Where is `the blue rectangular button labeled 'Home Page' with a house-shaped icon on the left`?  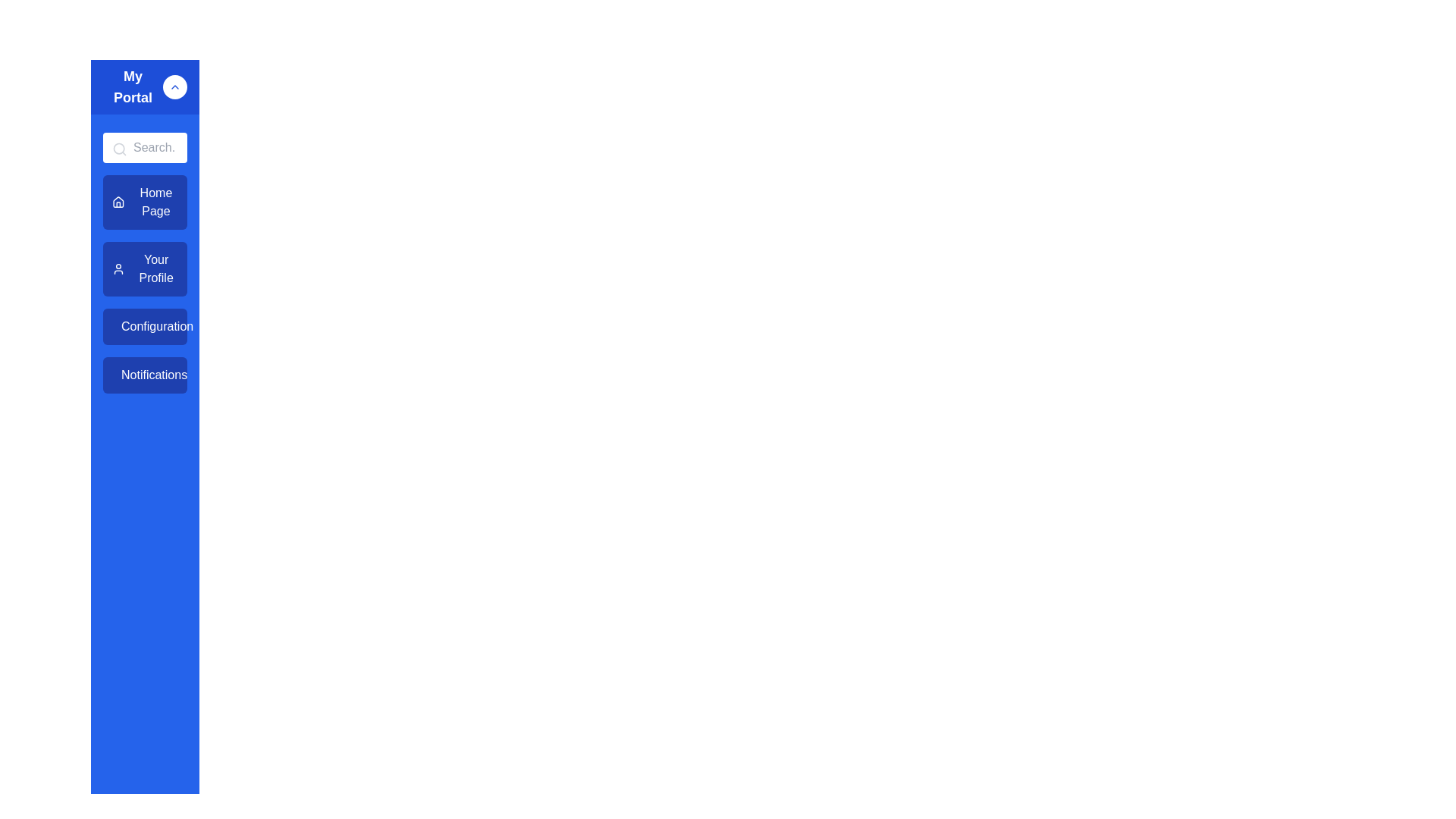
the blue rectangular button labeled 'Home Page' with a house-shaped icon on the left is located at coordinates (145, 201).